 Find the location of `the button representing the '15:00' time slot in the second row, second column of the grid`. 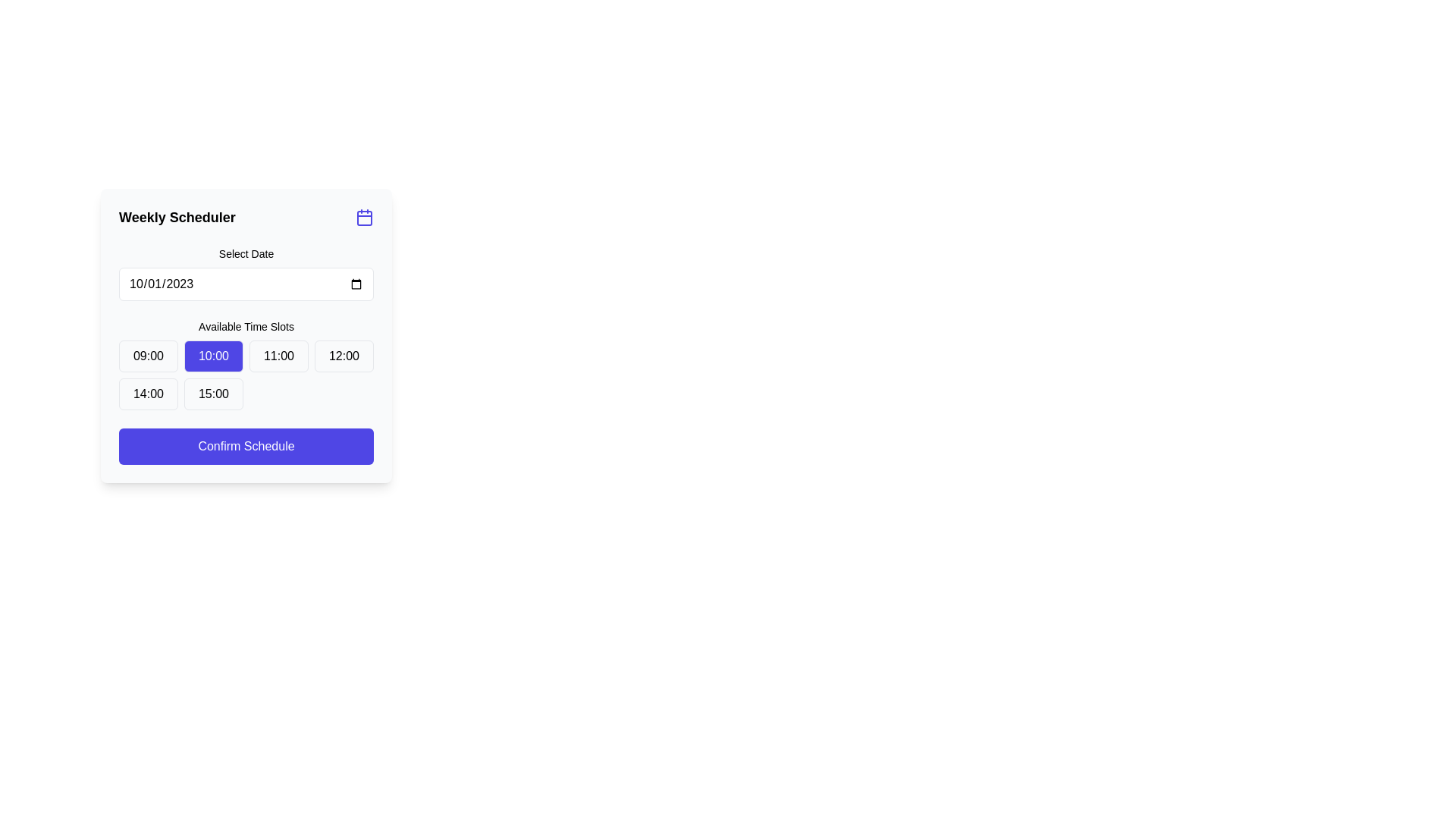

the button representing the '15:00' time slot in the second row, second column of the grid is located at coordinates (213, 394).